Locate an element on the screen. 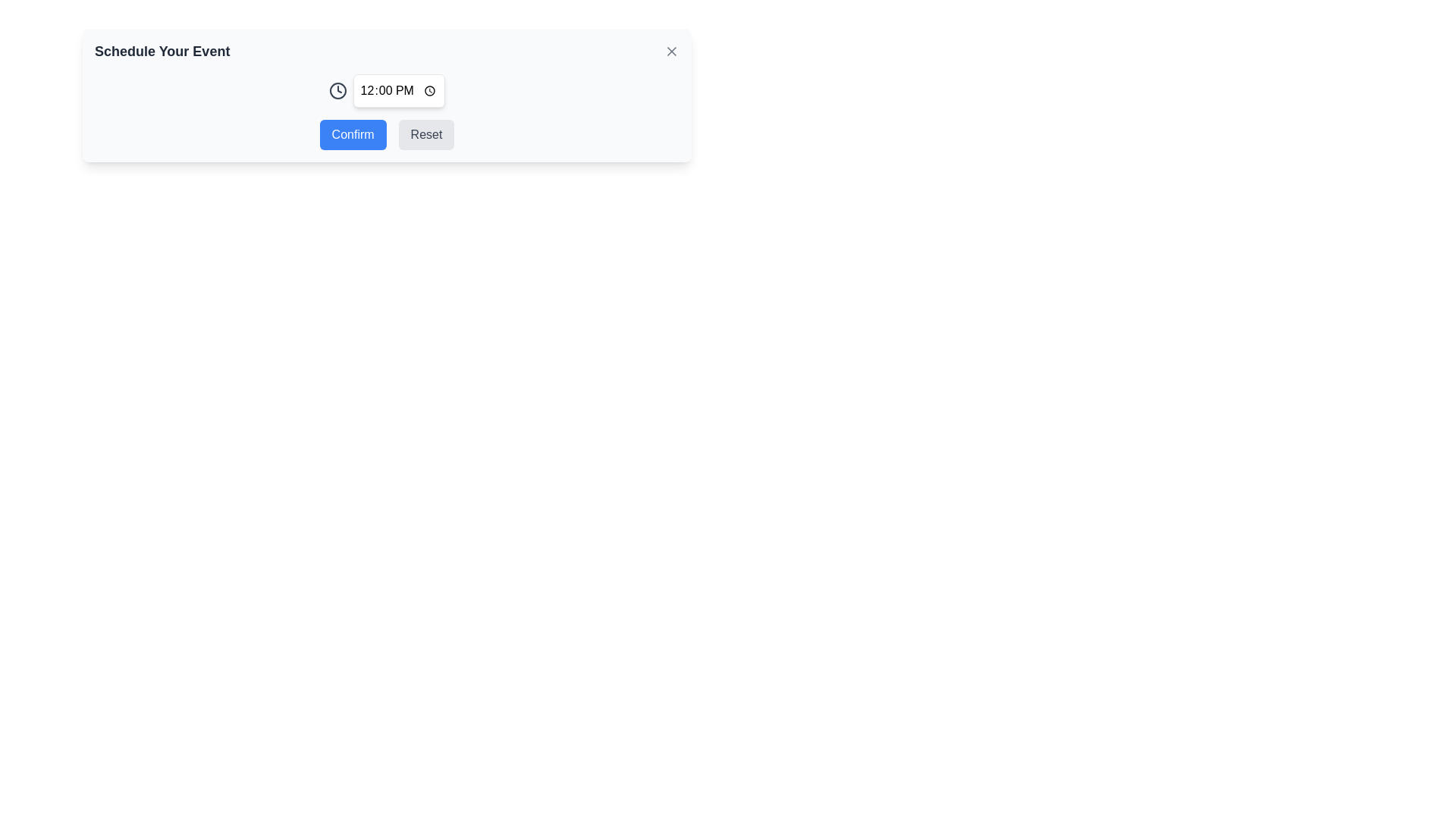  the close button located in the top-right corner of the 'Schedule Your Event' modal is located at coordinates (671, 51).